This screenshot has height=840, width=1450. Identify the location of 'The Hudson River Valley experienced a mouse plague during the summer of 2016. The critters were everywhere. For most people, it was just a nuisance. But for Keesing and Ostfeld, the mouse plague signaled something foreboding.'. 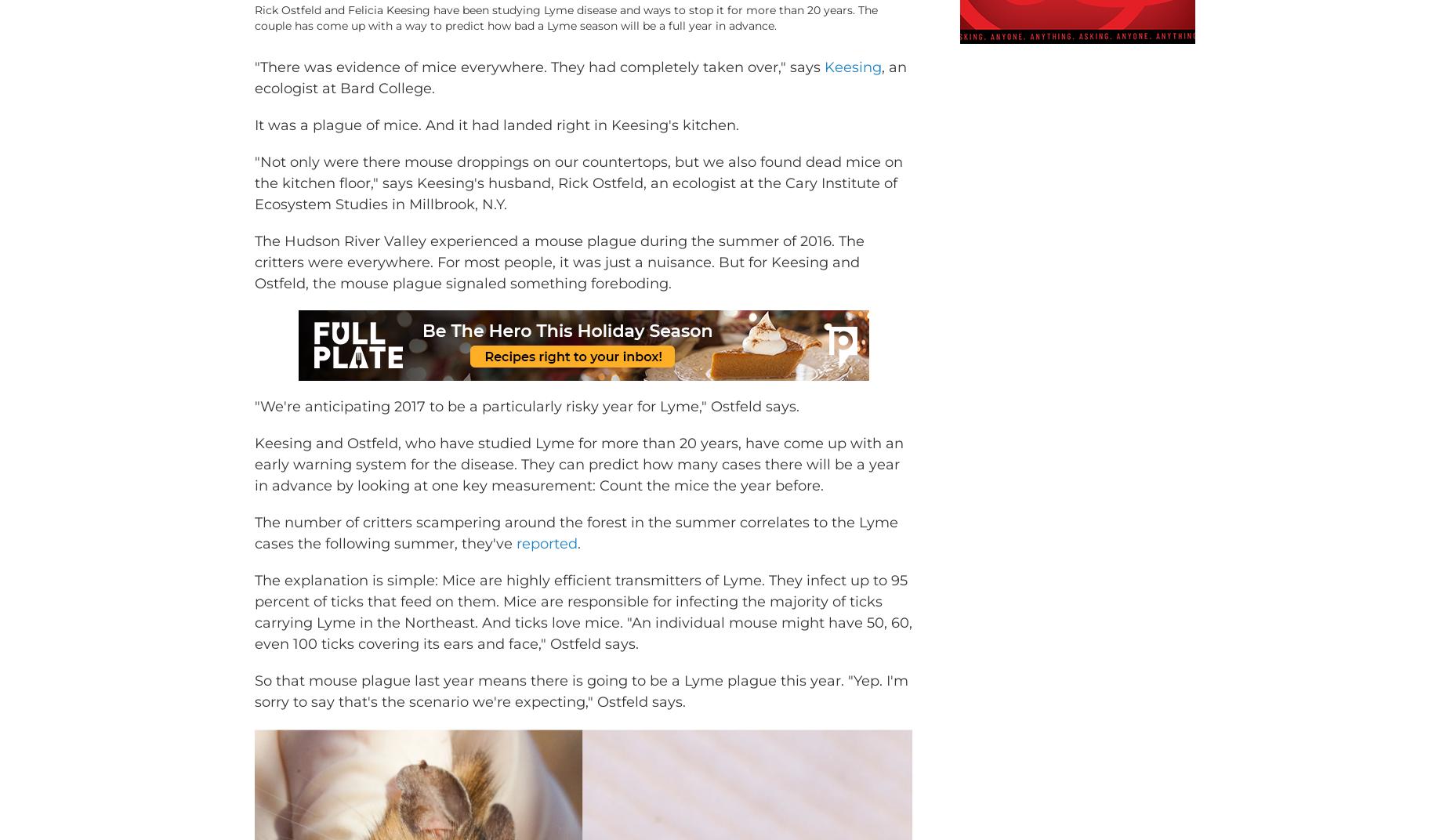
(559, 285).